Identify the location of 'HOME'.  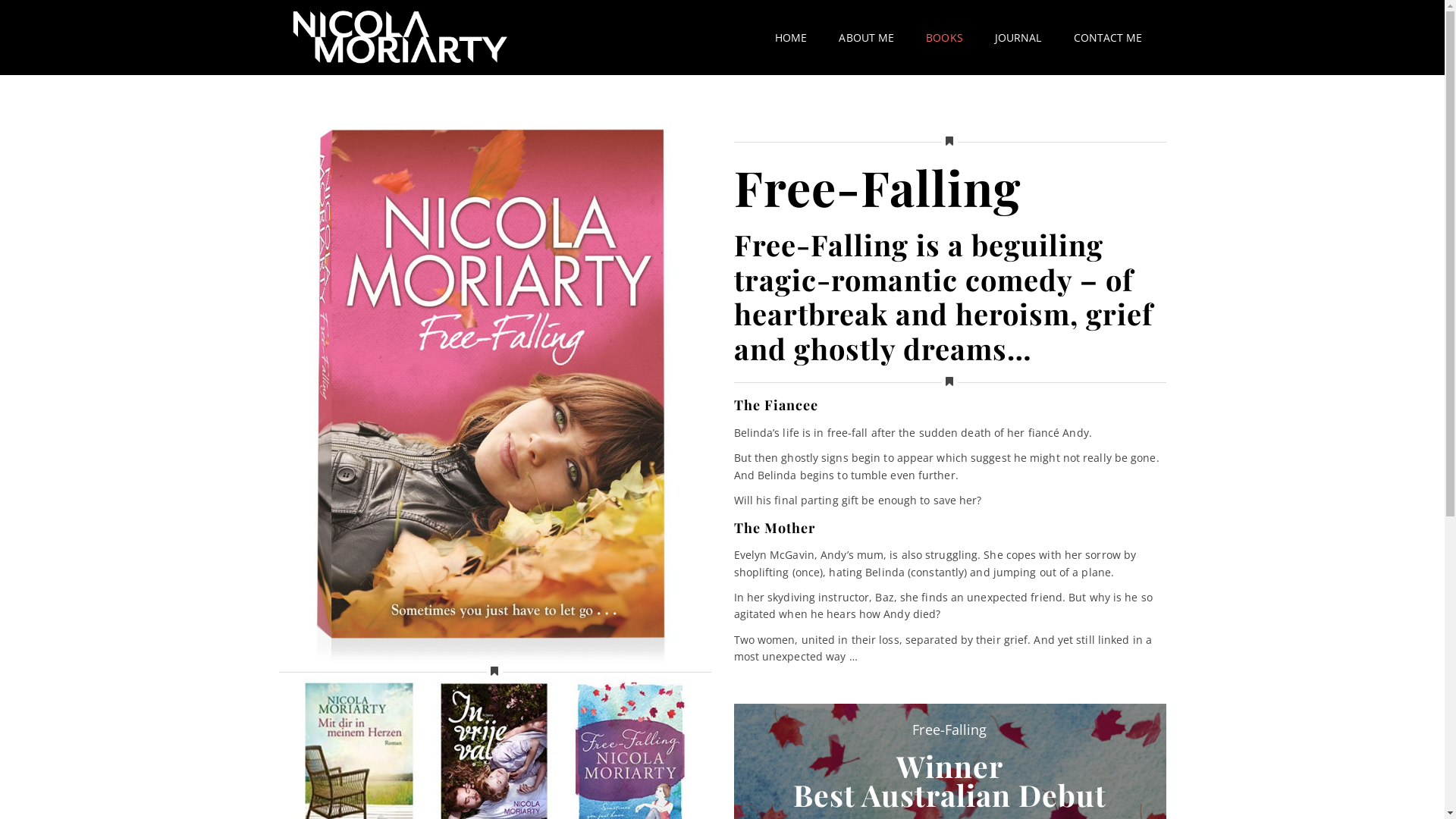
(759, 36).